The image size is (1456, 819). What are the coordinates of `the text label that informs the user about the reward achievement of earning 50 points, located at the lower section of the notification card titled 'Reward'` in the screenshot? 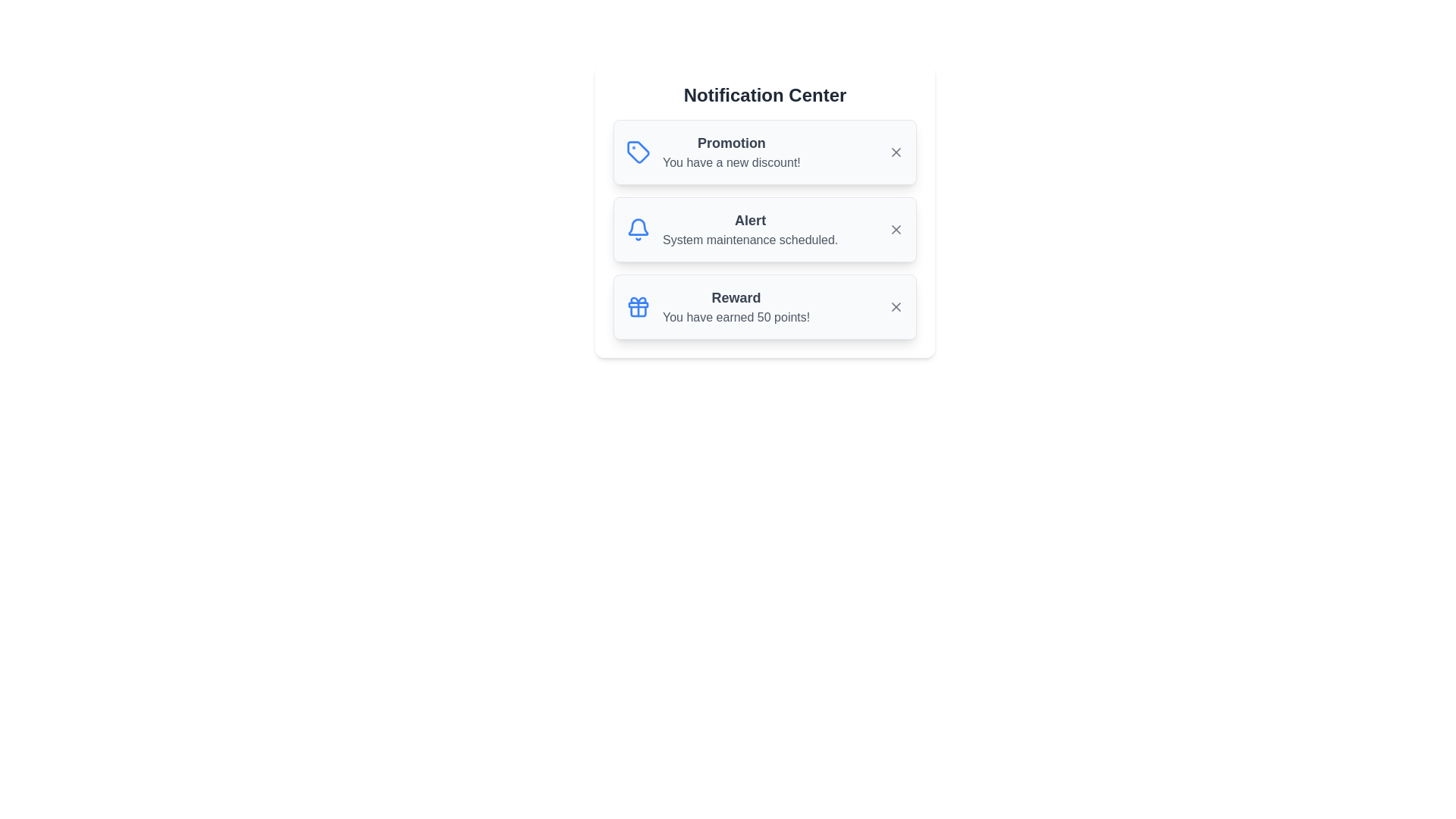 It's located at (736, 317).